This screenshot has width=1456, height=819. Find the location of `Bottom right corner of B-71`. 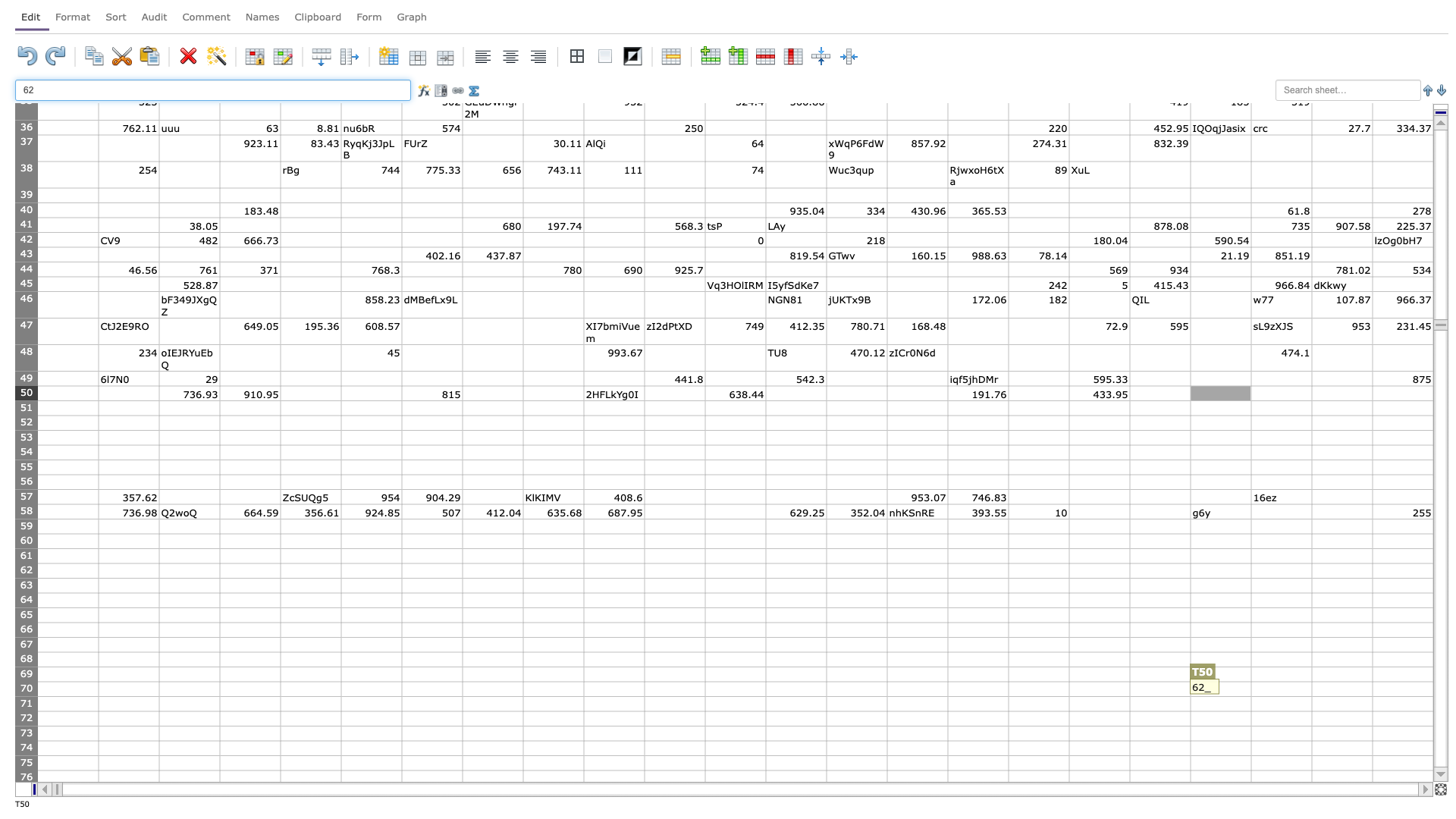

Bottom right corner of B-71 is located at coordinates (159, 711).